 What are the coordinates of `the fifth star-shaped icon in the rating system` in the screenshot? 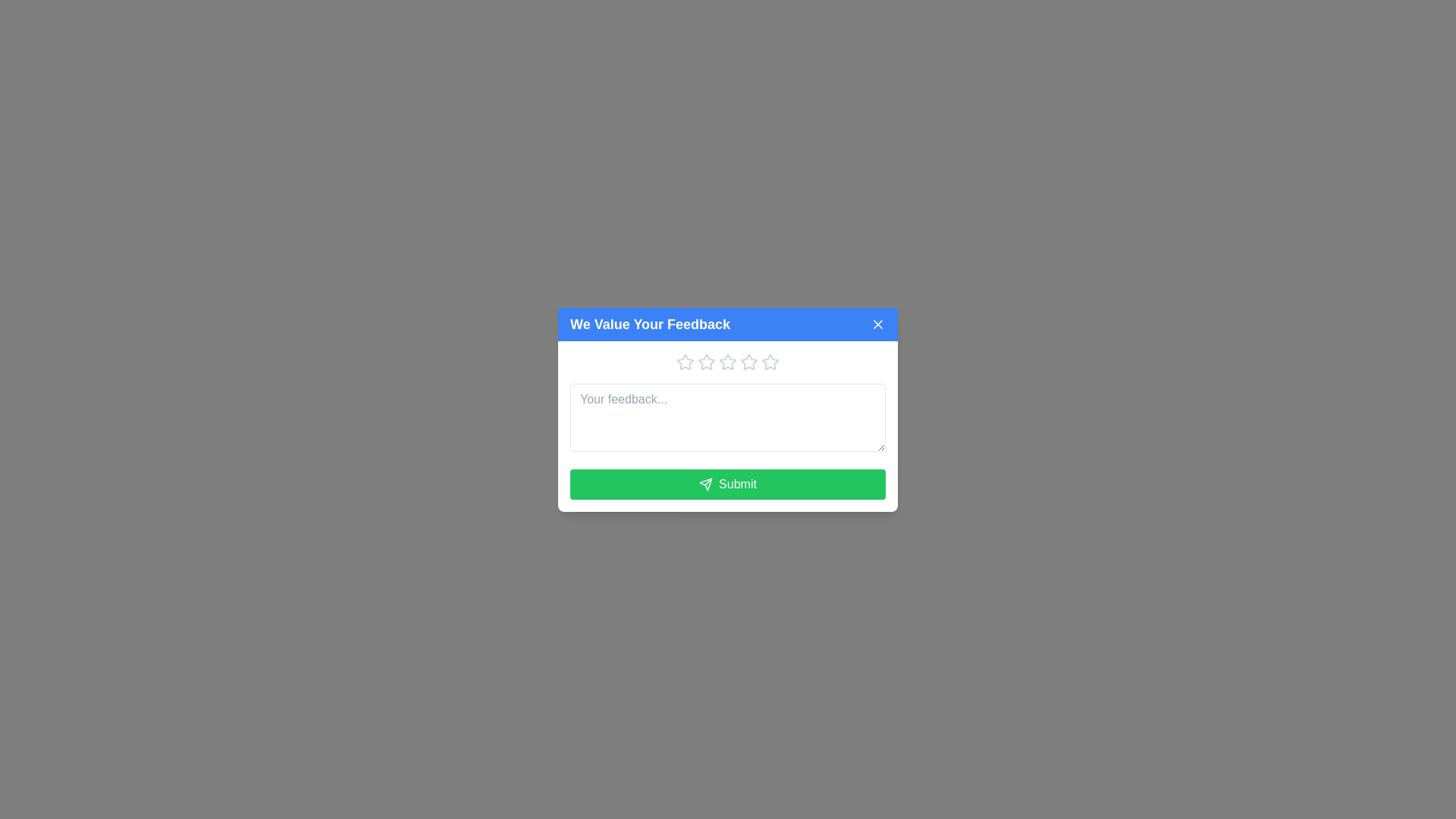 It's located at (770, 362).